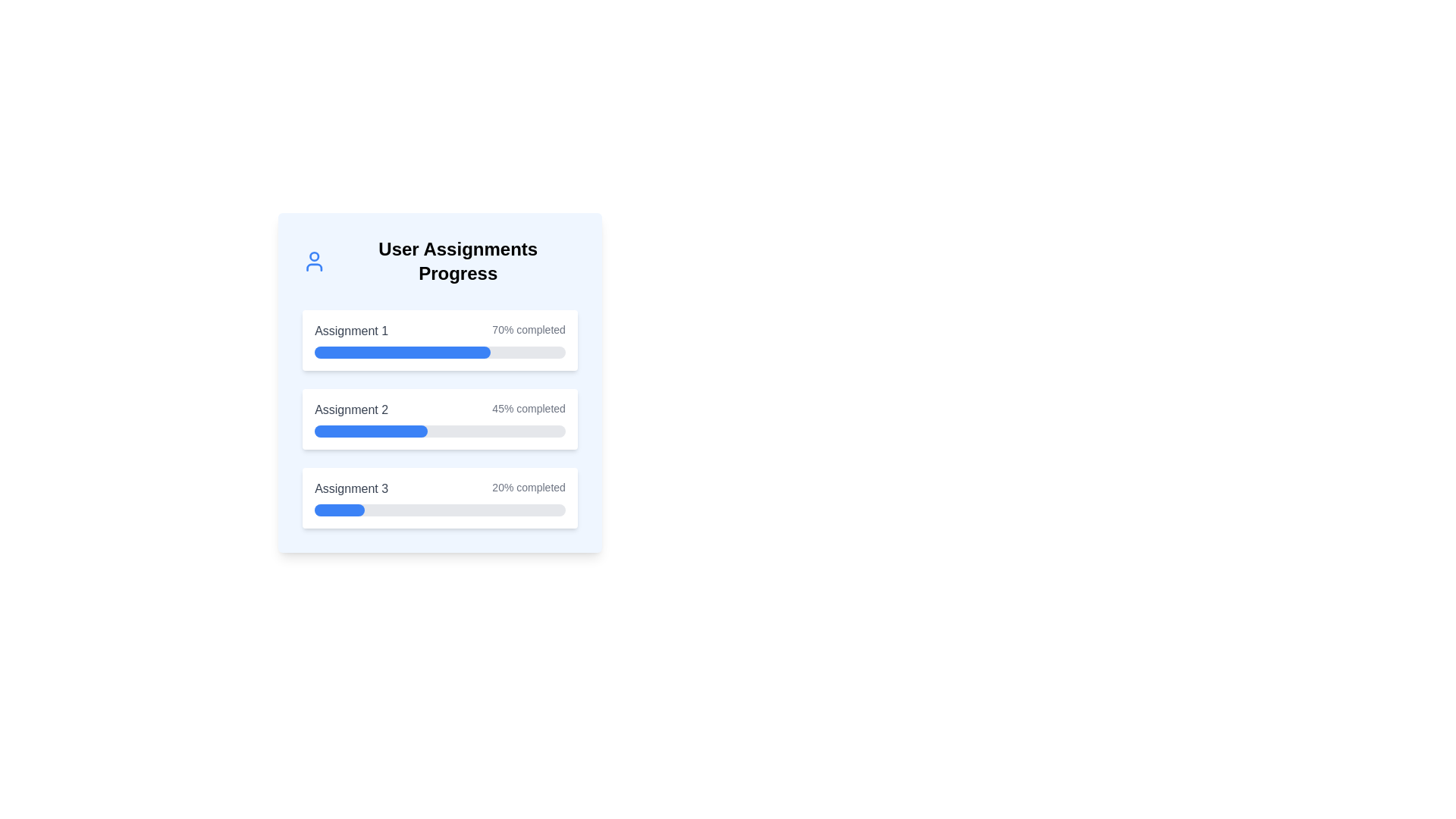 Image resolution: width=1456 pixels, height=819 pixels. What do you see at coordinates (350, 409) in the screenshot?
I see `the text label that identifies the assignment within the middle assignment block of 'User Assignments Progress', located to the left of the '45% completed' progress indication` at bounding box center [350, 409].